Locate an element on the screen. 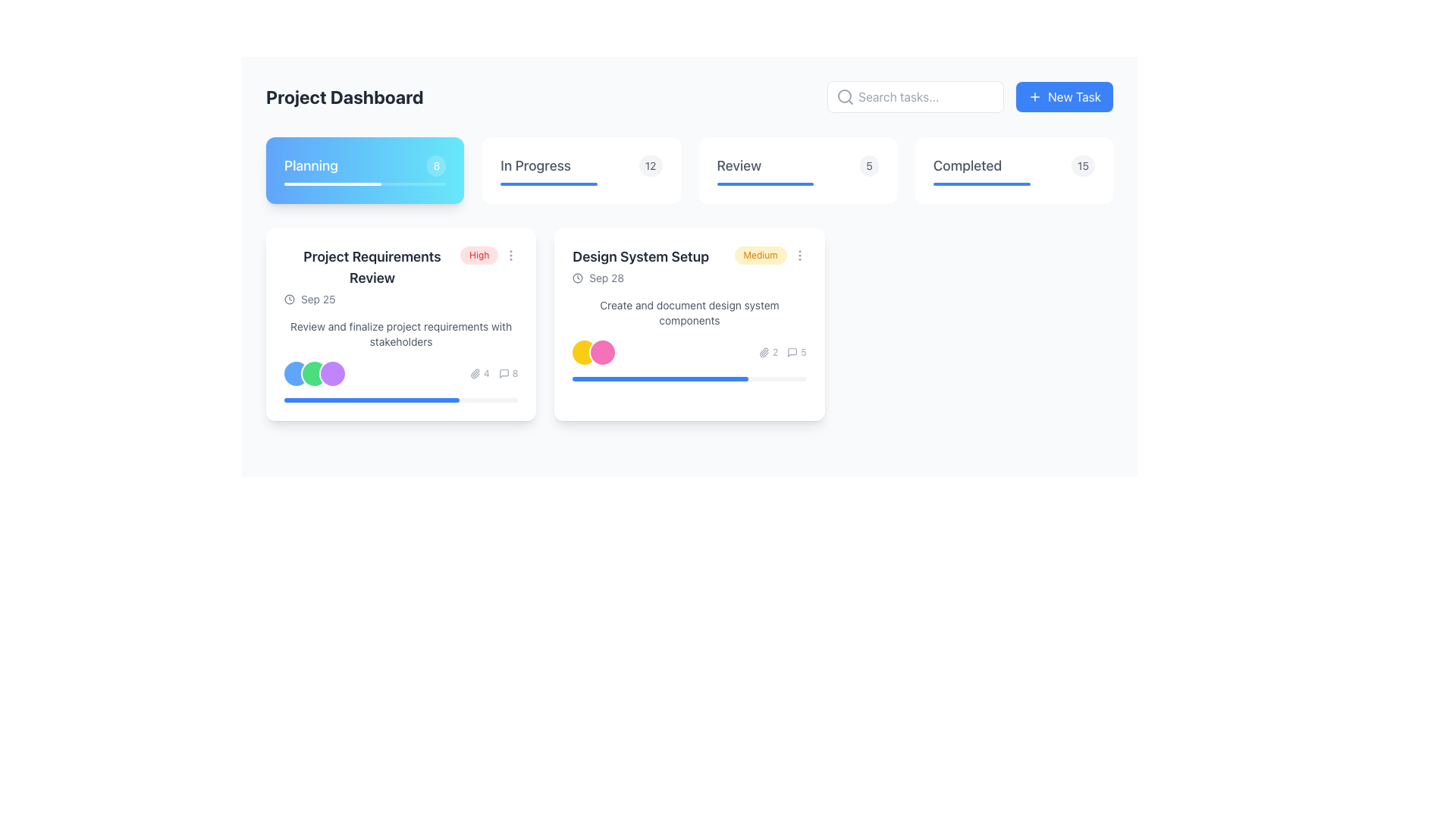  displayed numbers '2' and '5' from the auxiliary information segment located in the lower part of the 'Design System Setup' card, to the right of the colorful circular icons and above the progress bar is located at coordinates (783, 353).